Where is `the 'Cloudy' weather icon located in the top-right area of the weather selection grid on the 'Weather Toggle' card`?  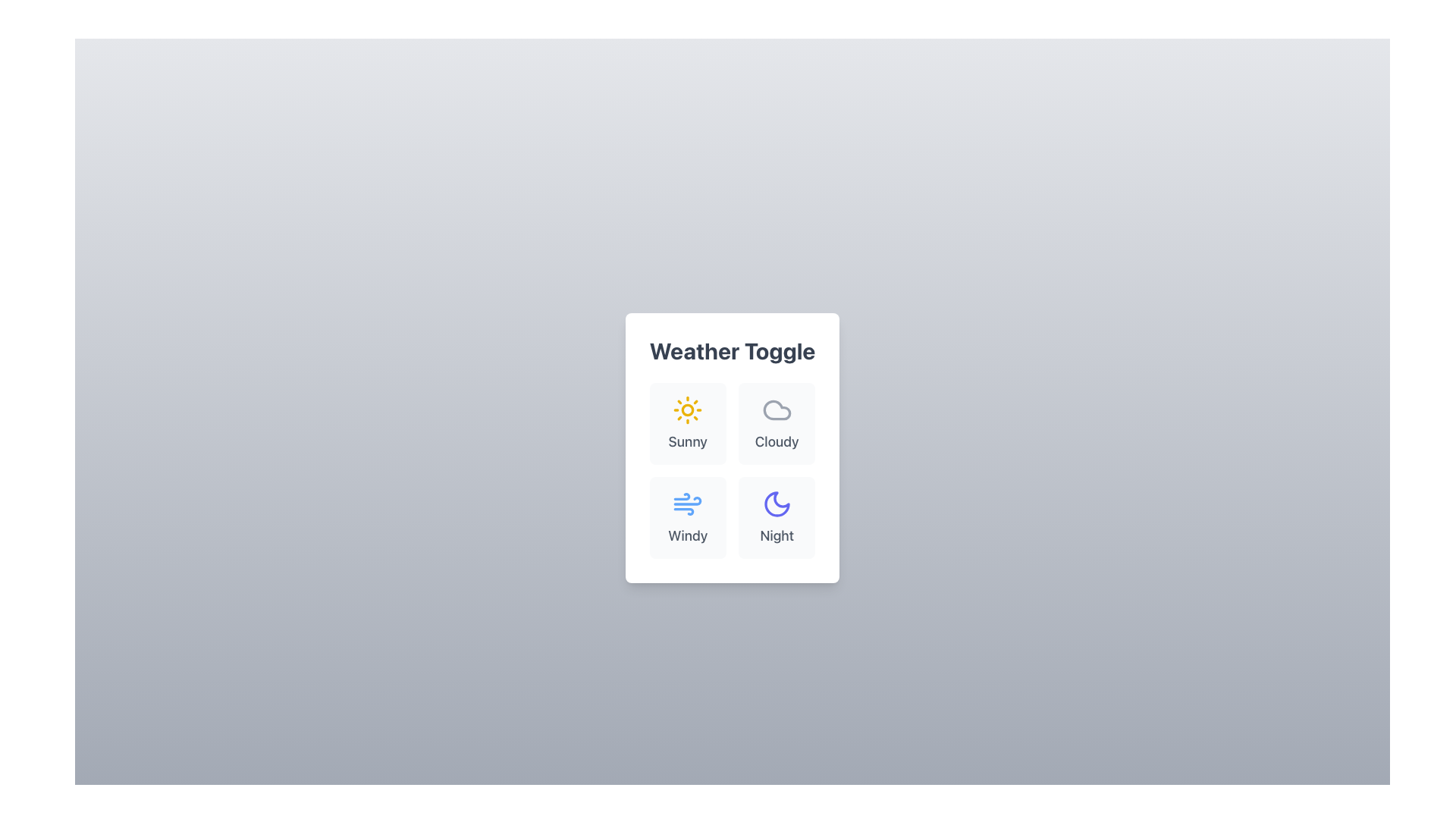
the 'Cloudy' weather icon located in the top-right area of the weather selection grid on the 'Weather Toggle' card is located at coordinates (777, 409).